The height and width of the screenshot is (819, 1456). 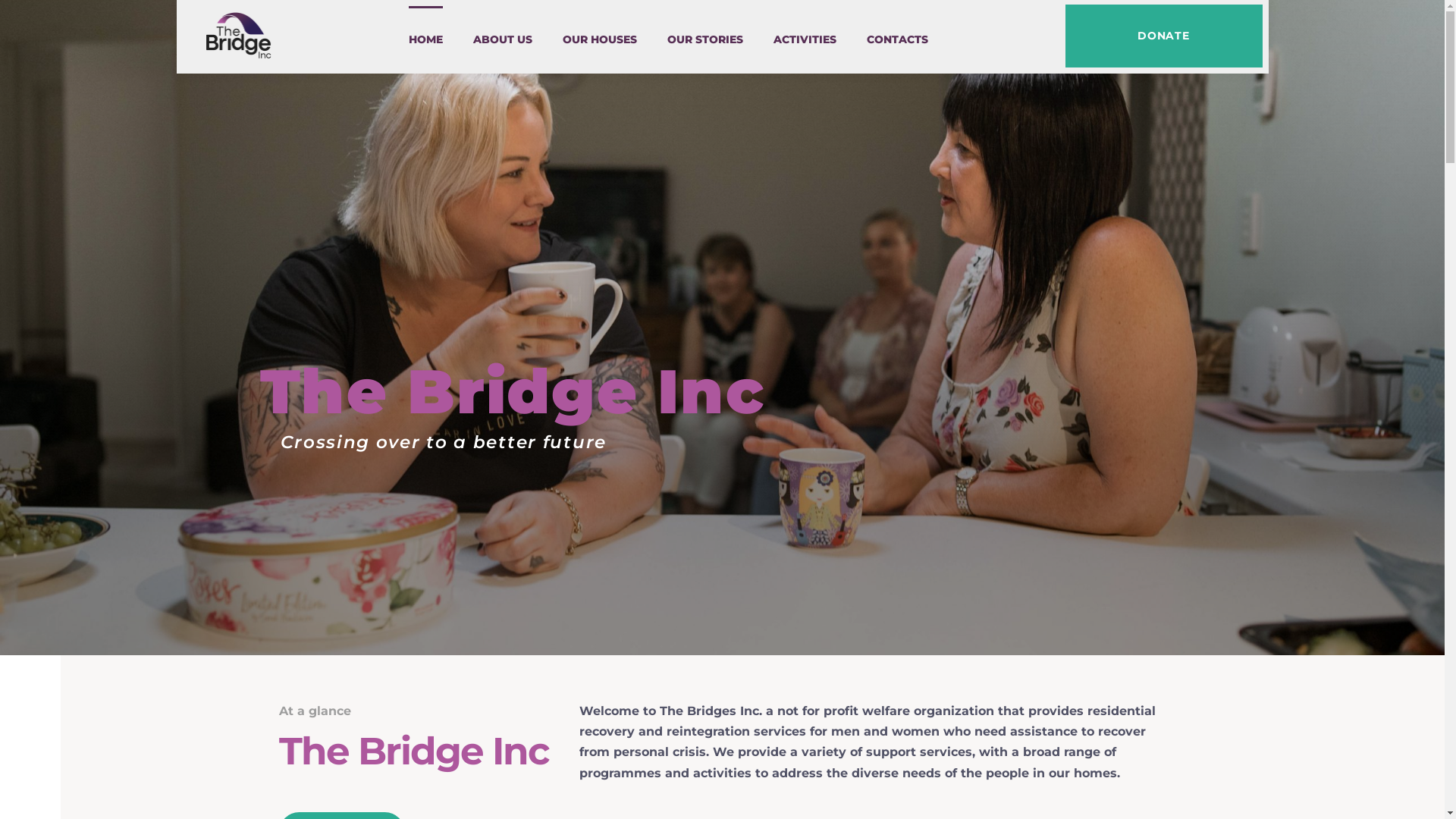 I want to click on 'ABOUT US', so click(x=472, y=39).